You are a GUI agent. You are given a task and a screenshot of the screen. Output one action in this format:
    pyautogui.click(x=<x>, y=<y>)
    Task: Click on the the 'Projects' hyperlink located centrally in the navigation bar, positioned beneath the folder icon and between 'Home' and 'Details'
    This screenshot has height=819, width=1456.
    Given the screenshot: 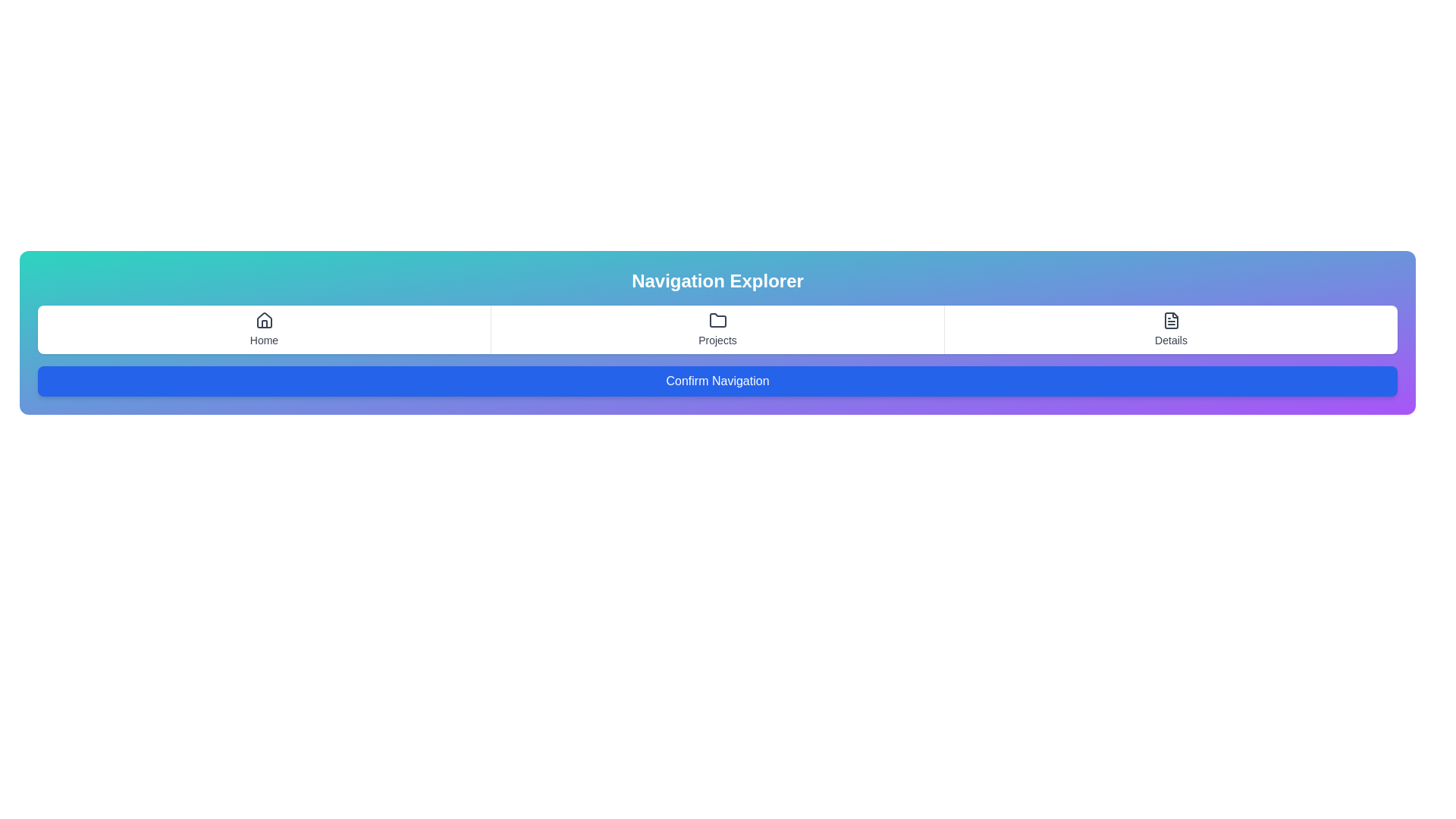 What is the action you would take?
    pyautogui.click(x=717, y=339)
    